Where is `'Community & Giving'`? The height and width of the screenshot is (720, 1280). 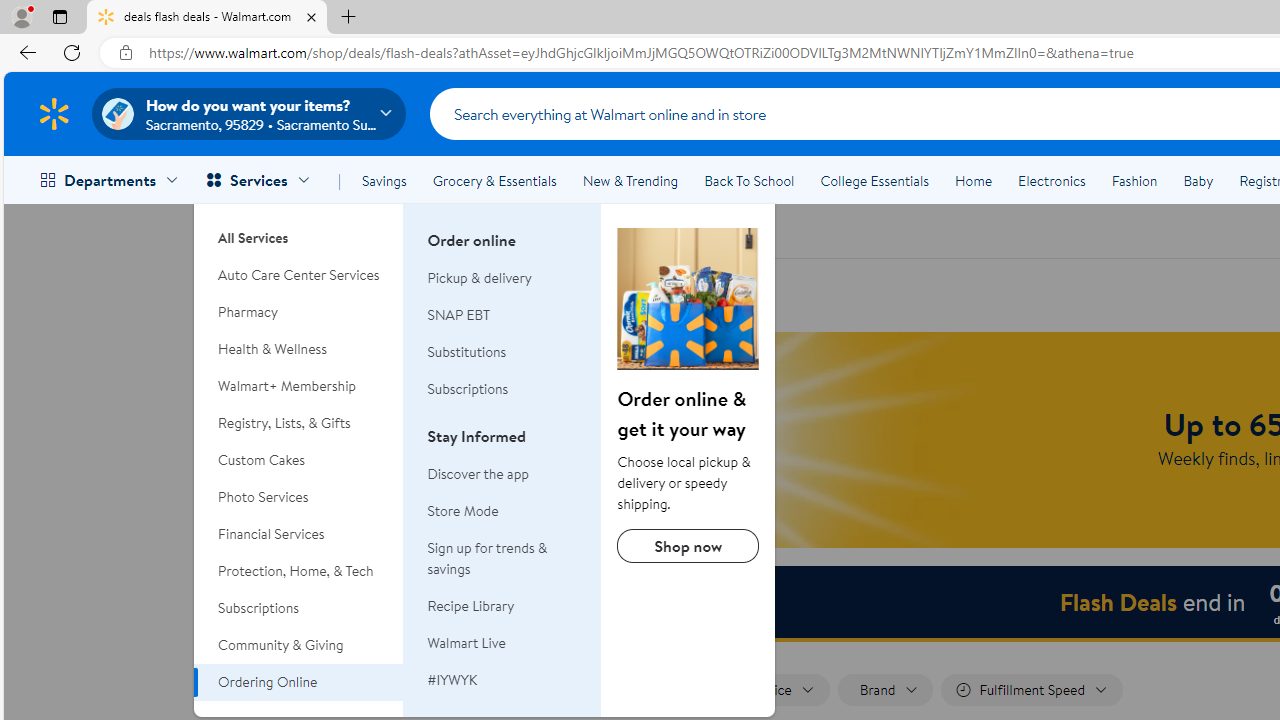
'Community & Giving' is located at coordinates (298, 645).